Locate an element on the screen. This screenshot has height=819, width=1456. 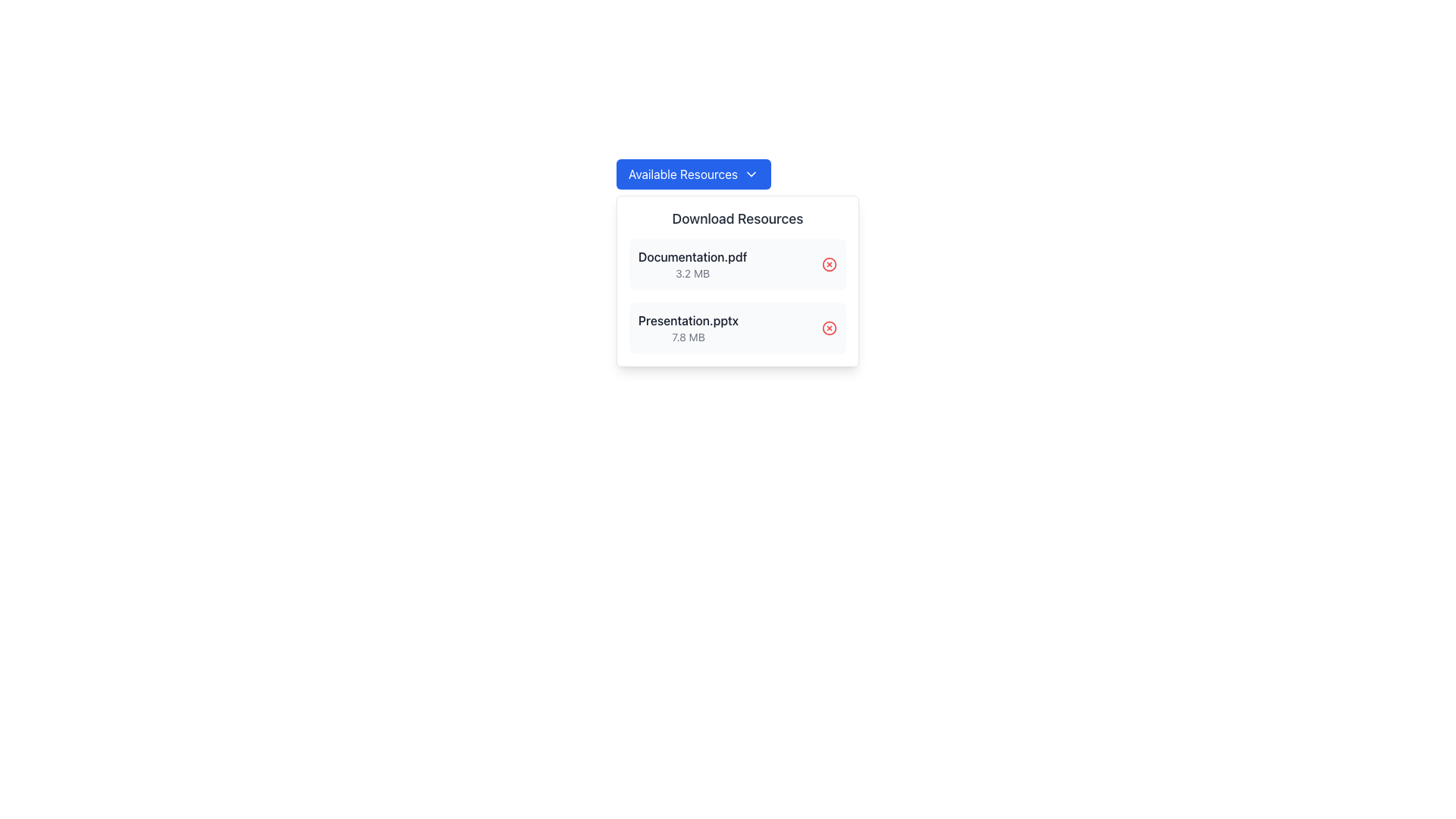
the file name 'Documentation.pdf' is located at coordinates (737, 281).